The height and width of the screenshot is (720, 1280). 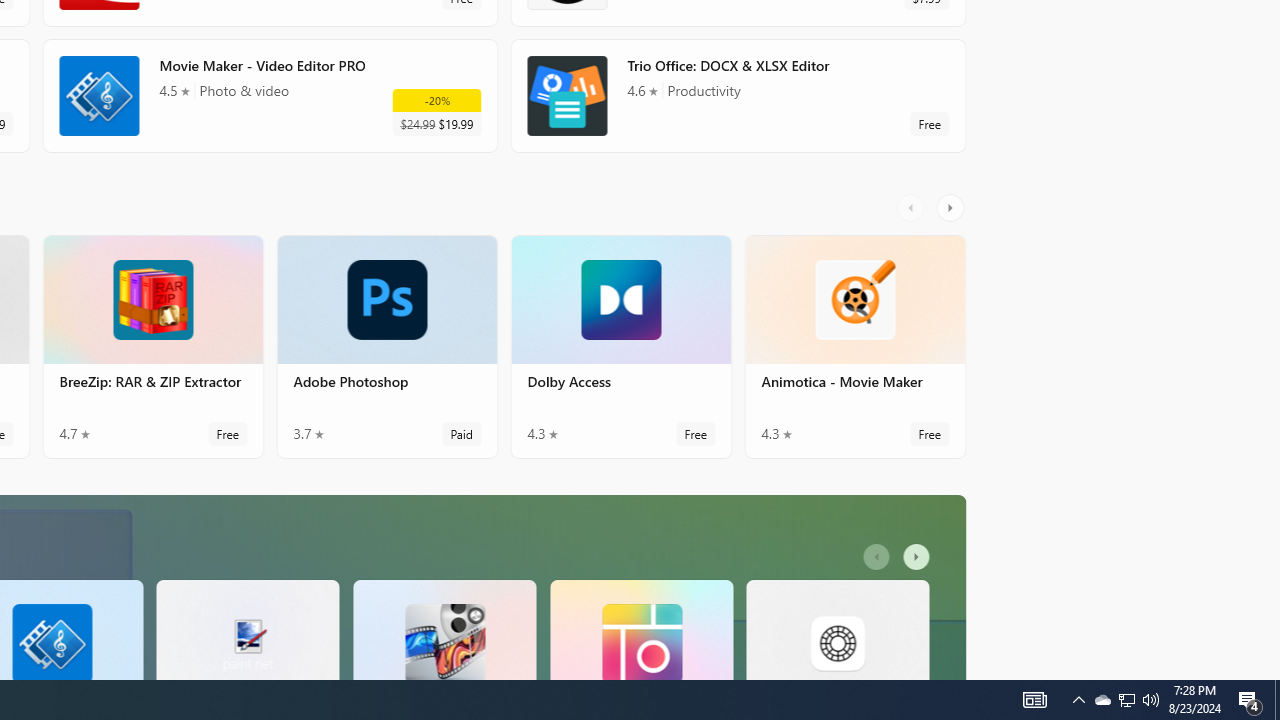 What do you see at coordinates (878, 557) in the screenshot?
I see `'AutomationID: LeftScrollButton'` at bounding box center [878, 557].